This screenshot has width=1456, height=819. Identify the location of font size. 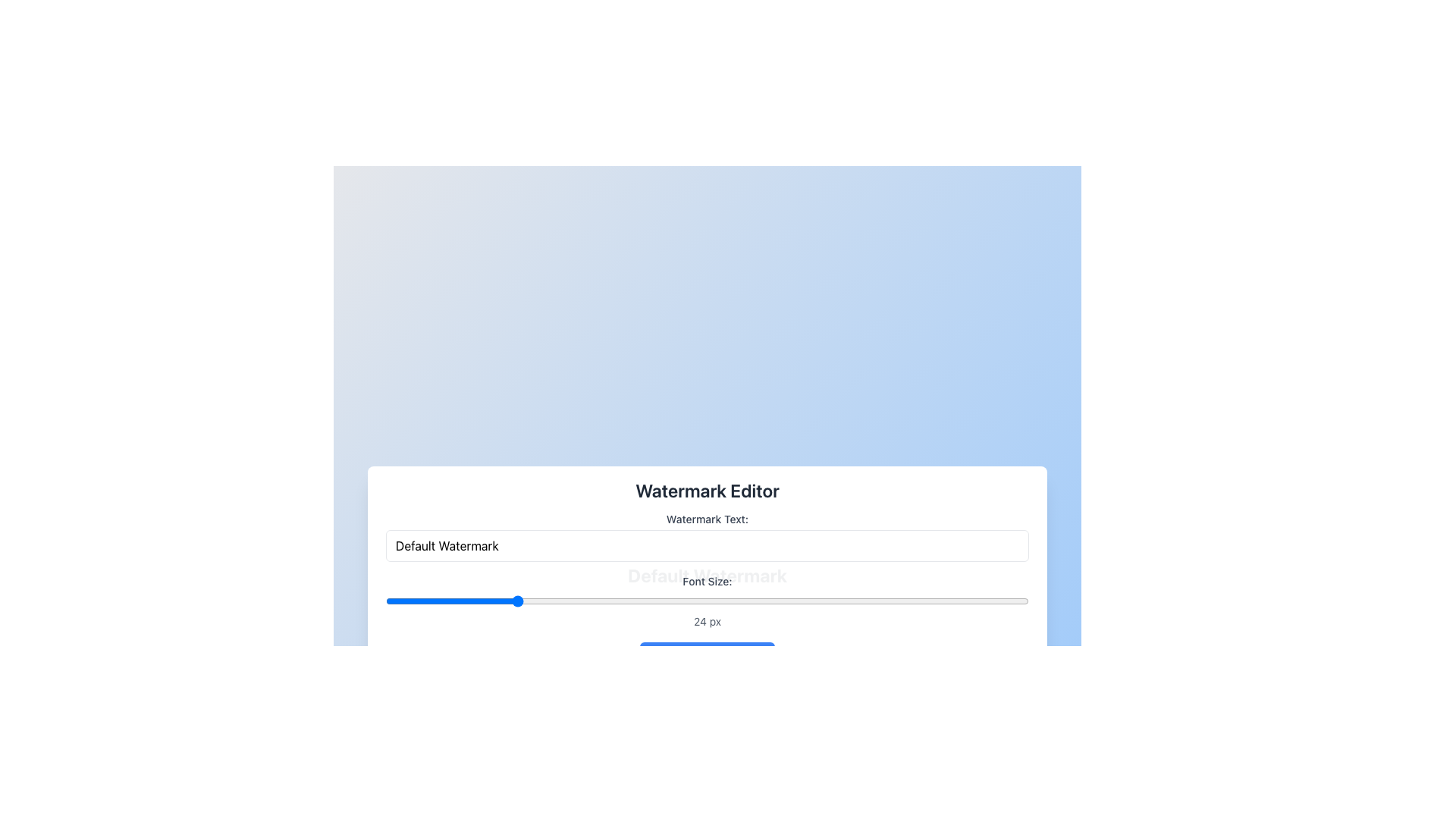
(863, 601).